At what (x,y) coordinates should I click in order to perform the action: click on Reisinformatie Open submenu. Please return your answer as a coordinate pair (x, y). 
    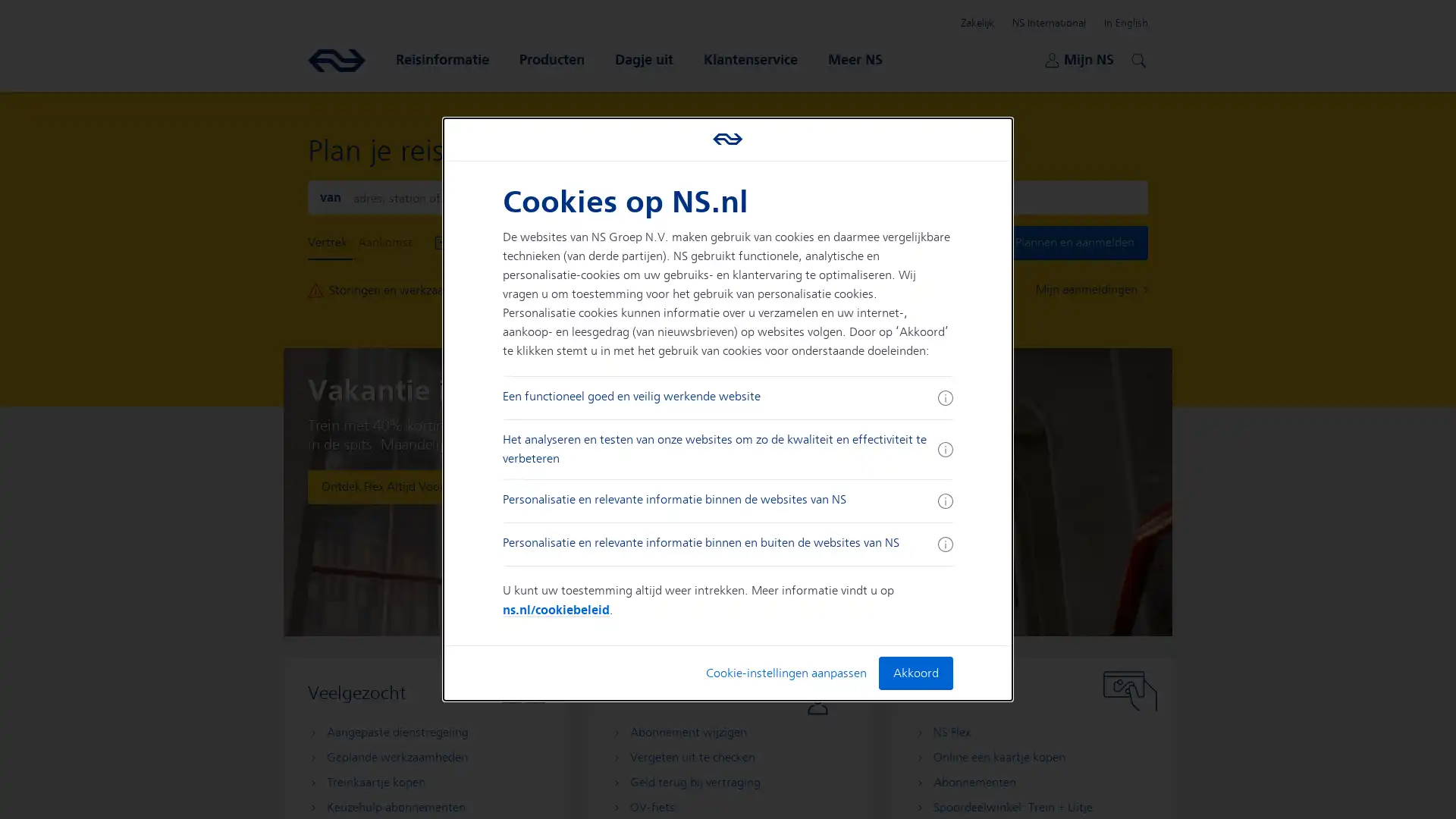
    Looking at the image, I should click on (441, 58).